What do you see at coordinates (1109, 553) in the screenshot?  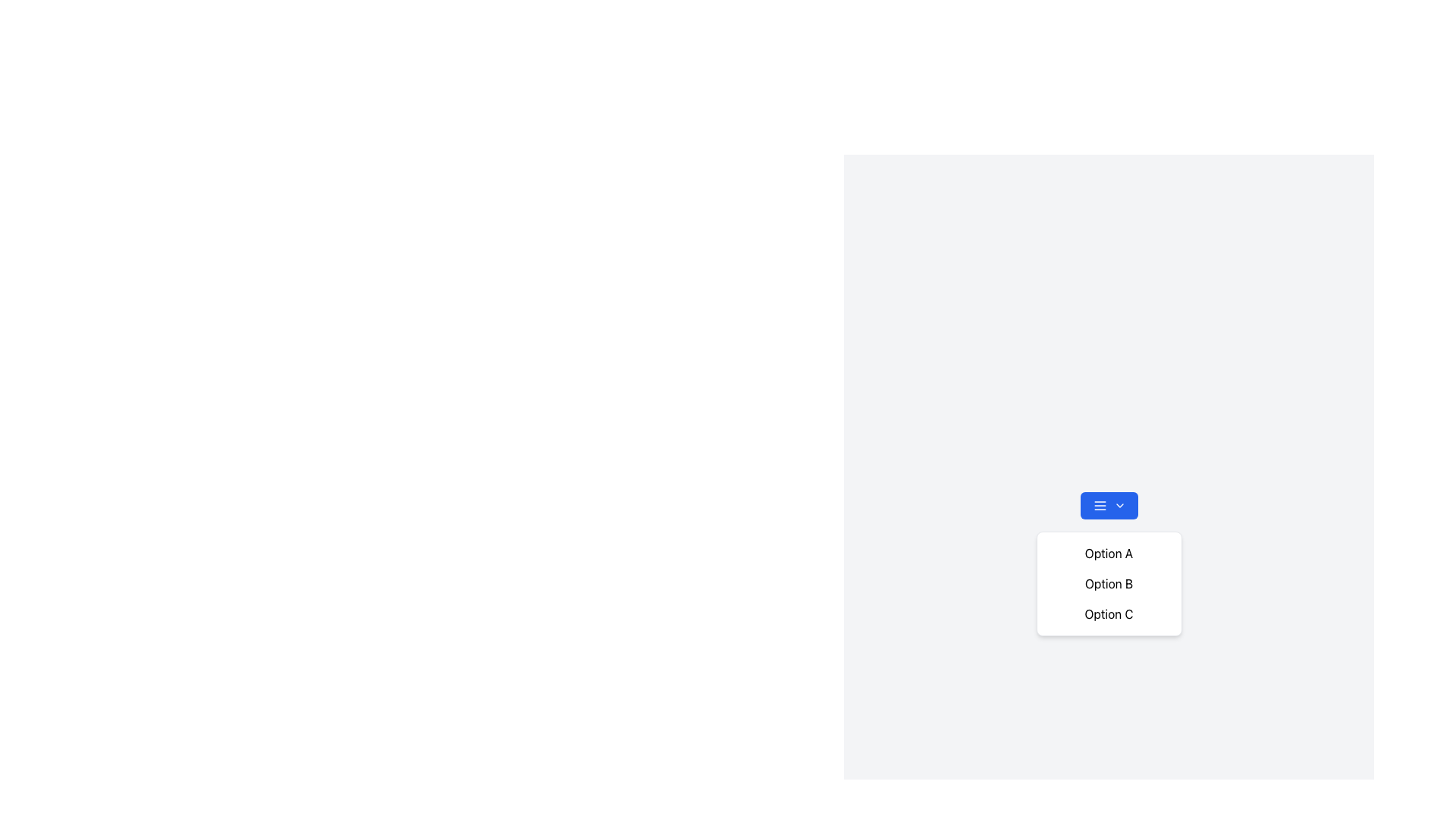 I see `text of the first option 'Option A' in the dropdown menu, which is displayed in a standard font and has a hover effect` at bounding box center [1109, 553].